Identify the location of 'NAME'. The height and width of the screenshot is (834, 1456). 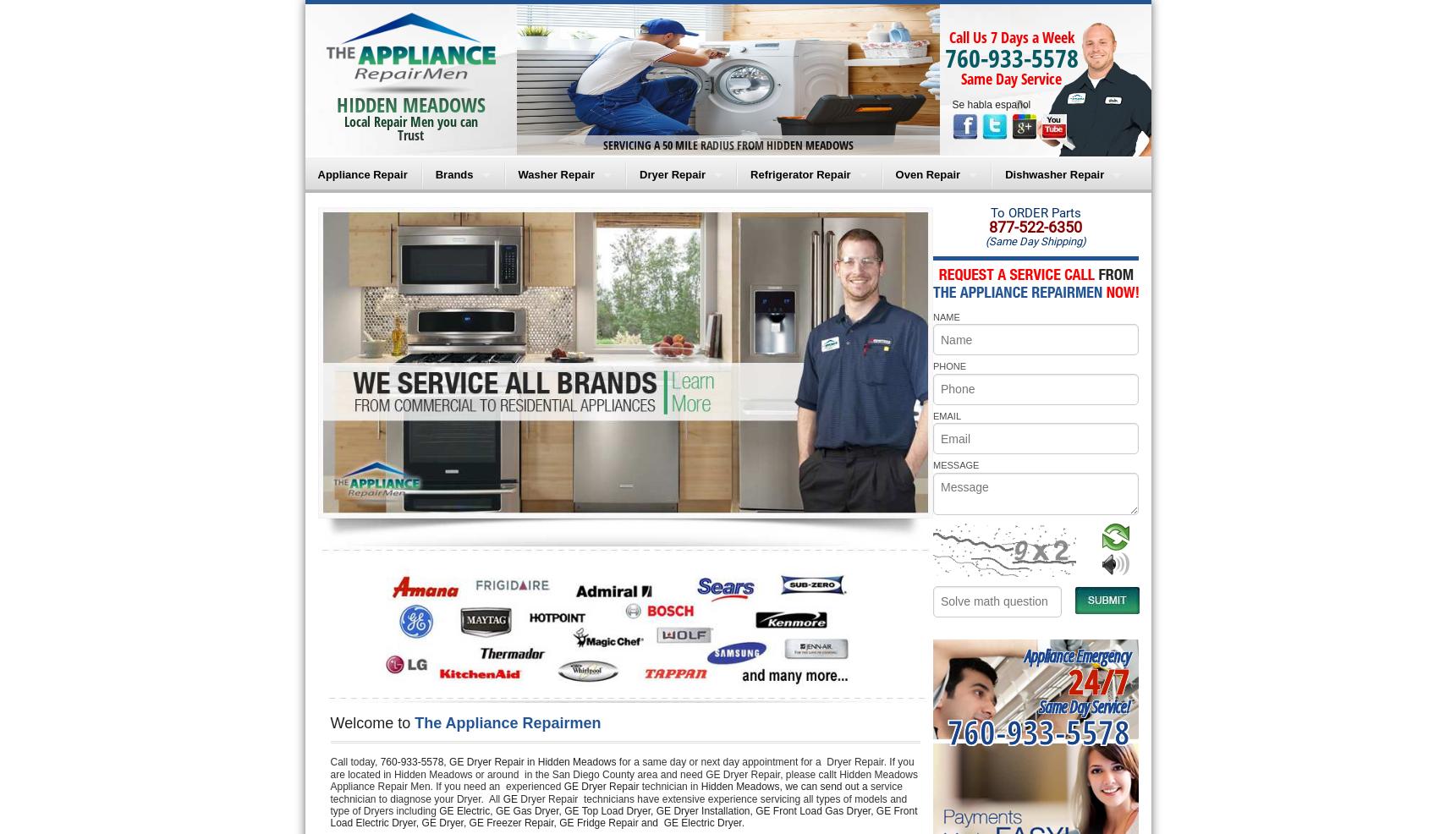
(931, 315).